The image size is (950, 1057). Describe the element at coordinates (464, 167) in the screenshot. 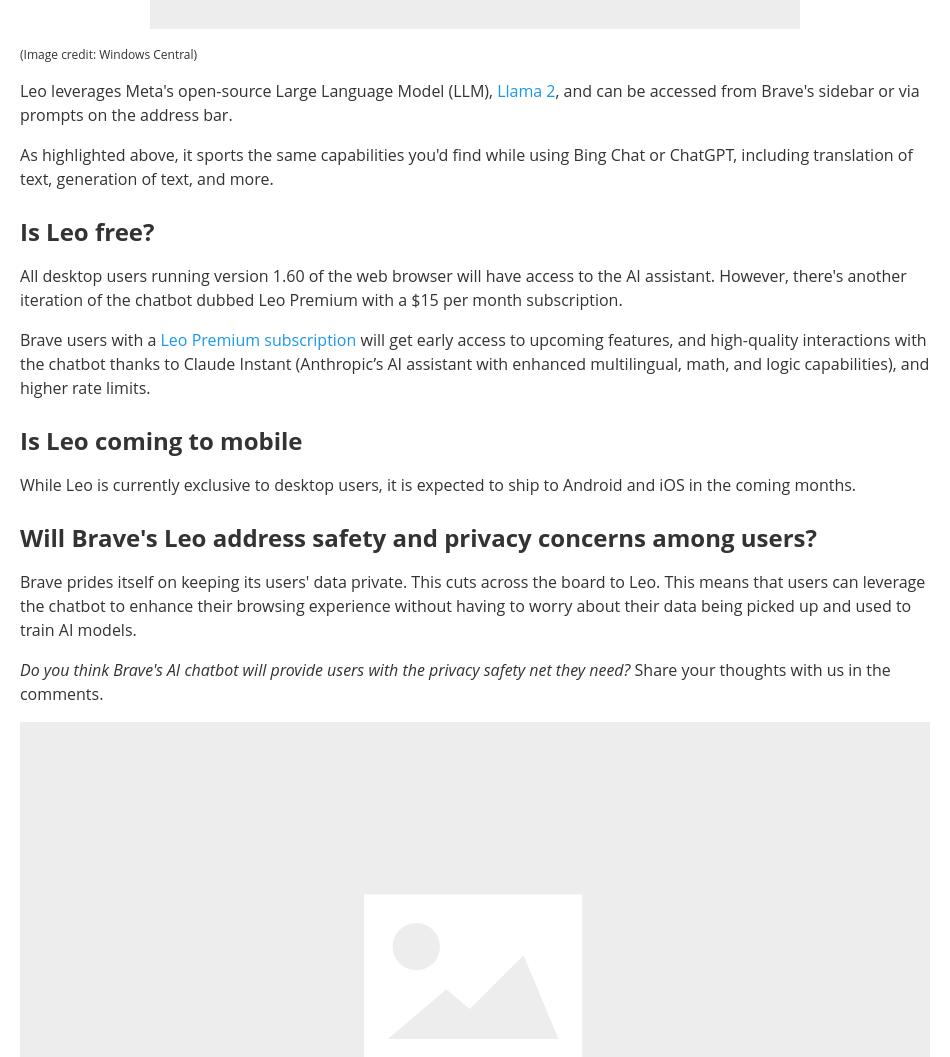

I see `'As highlighted above, it sports the same capabilities you'd find while using Bing Chat or ChatGPT, including translation of text, generation of text, and more.'` at that location.